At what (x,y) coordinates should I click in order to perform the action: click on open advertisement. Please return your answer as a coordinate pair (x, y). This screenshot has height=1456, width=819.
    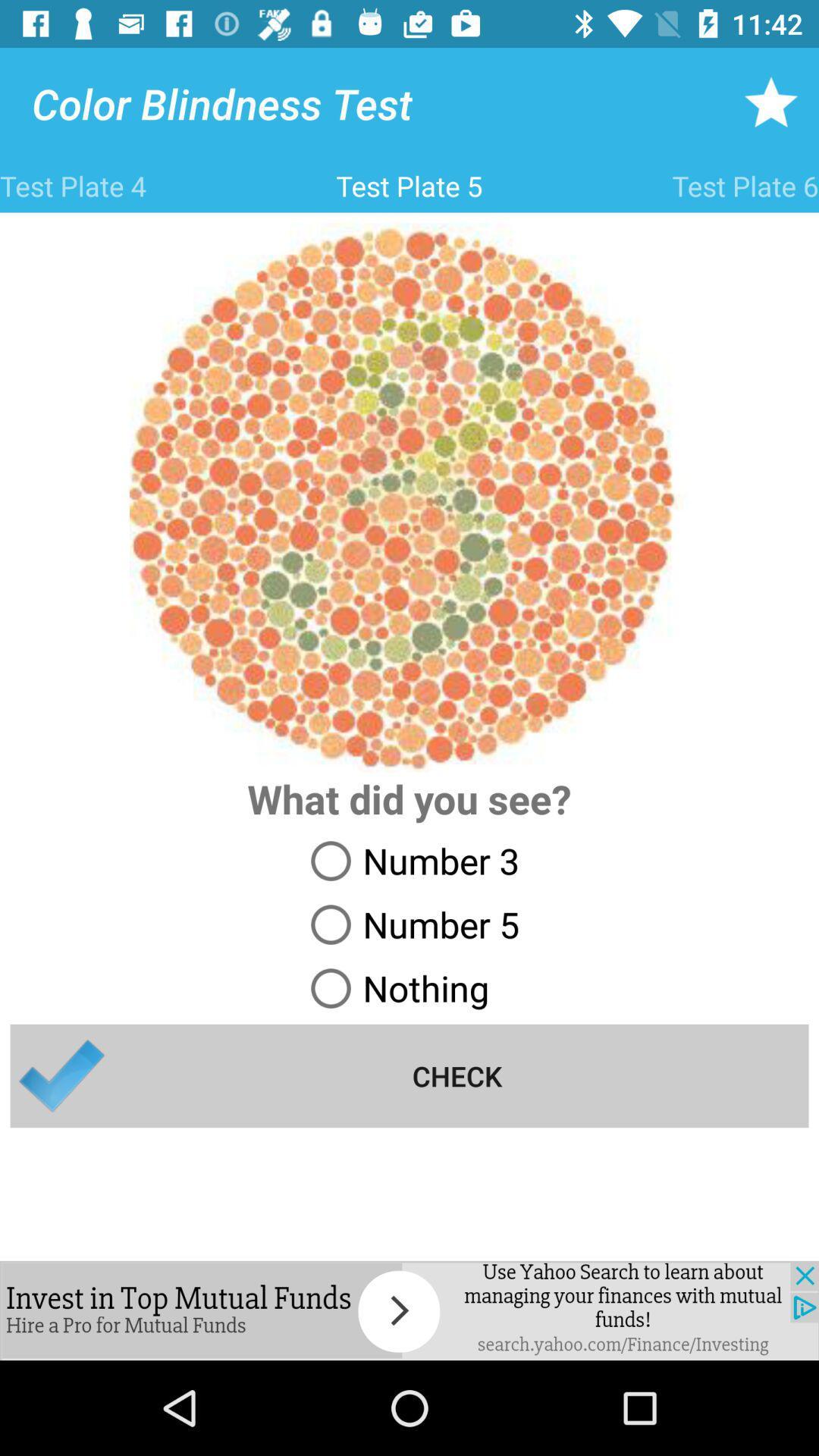
    Looking at the image, I should click on (409, 1310).